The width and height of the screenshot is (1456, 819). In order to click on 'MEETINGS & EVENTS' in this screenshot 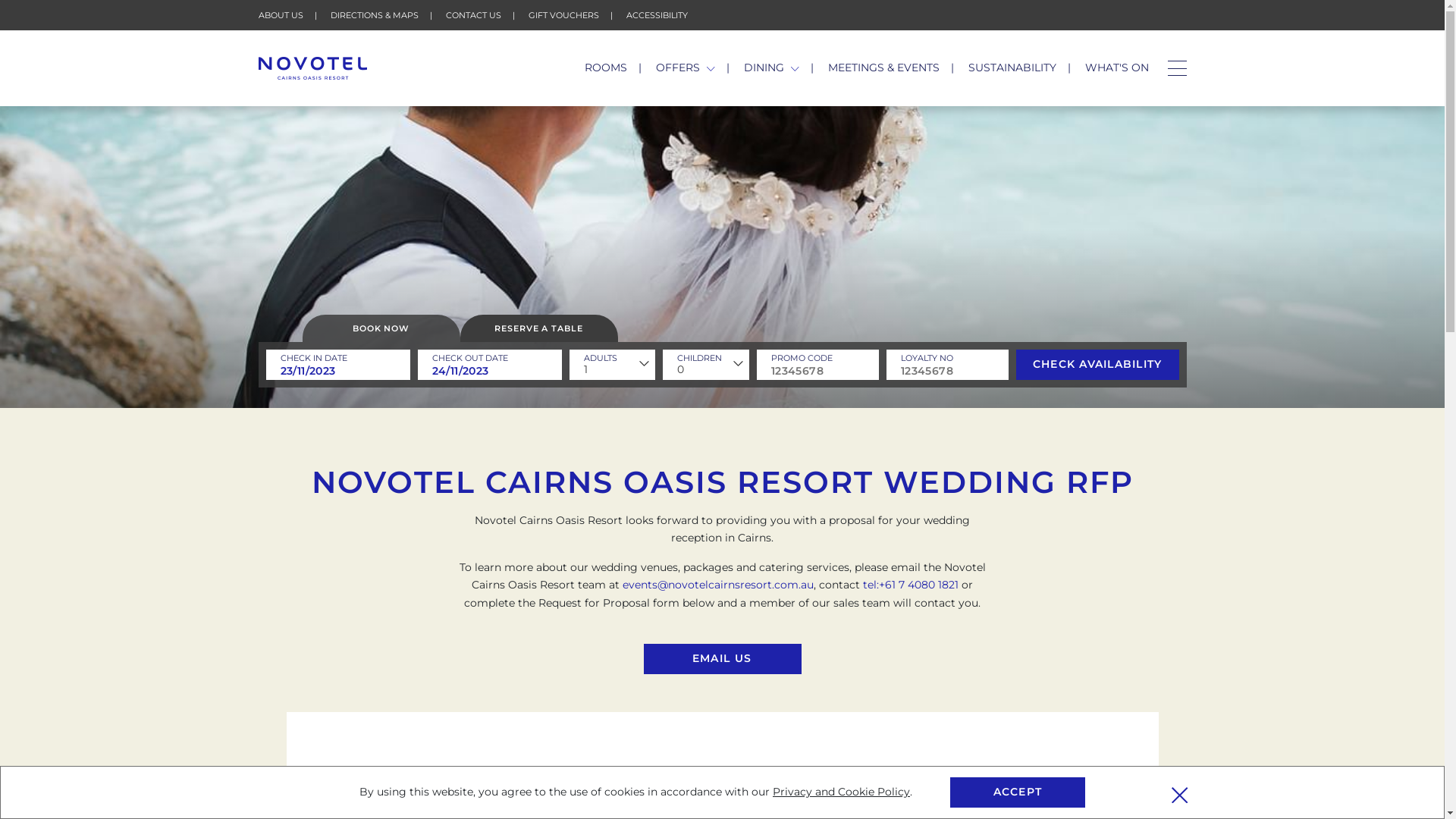, I will do `click(883, 67)`.